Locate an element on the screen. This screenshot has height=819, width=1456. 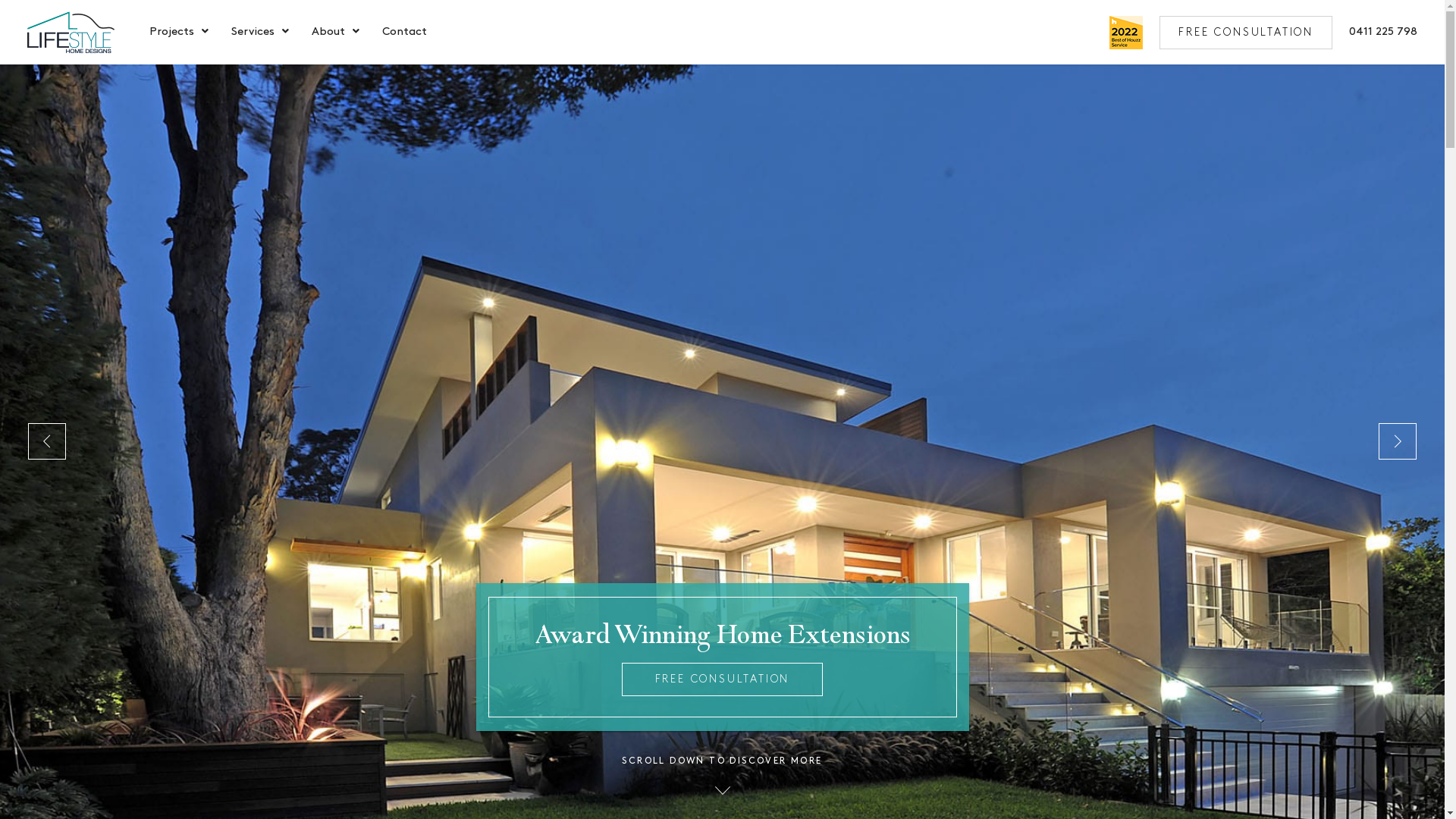
'Projects' is located at coordinates (171, 33).